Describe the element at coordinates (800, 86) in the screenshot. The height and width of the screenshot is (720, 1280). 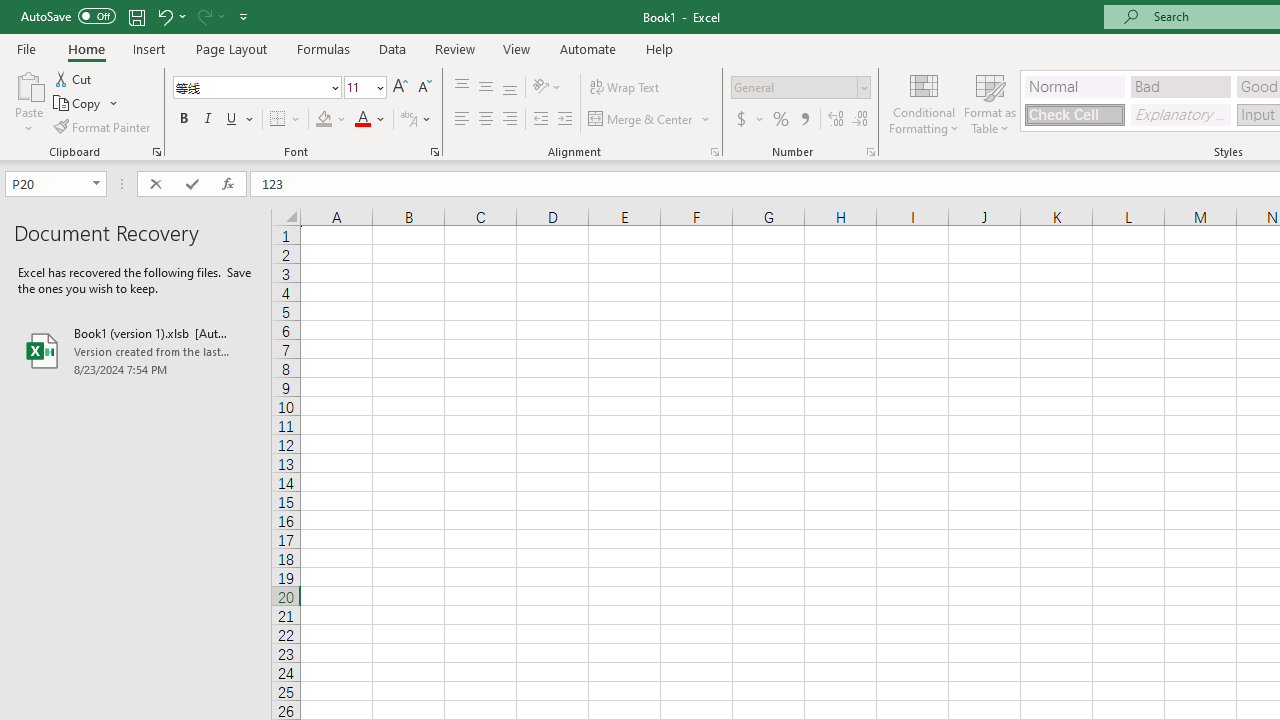
I see `'Number Format'` at that location.